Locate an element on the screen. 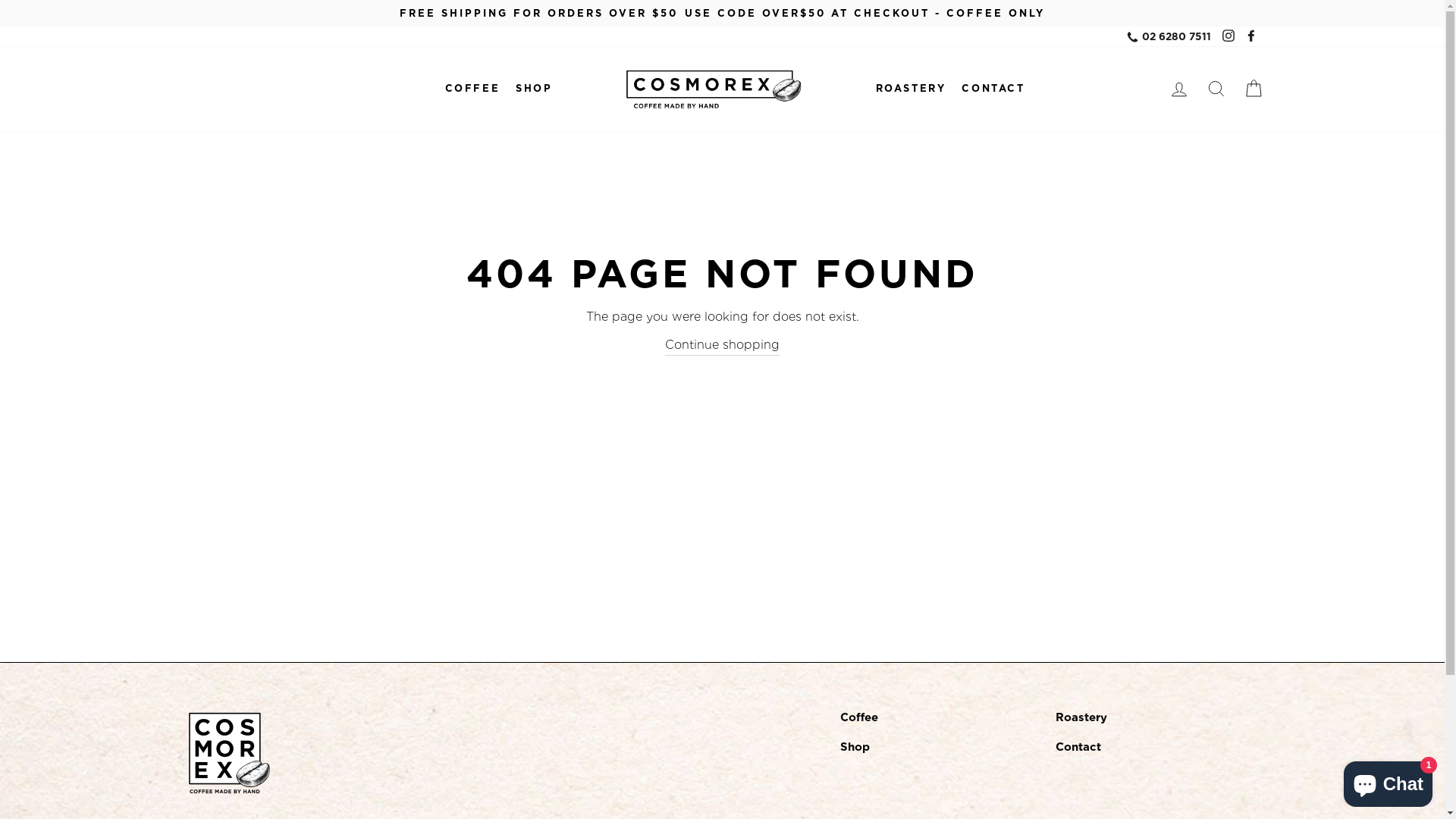 Image resolution: width=1456 pixels, height=819 pixels. 'Shopify online store chat' is located at coordinates (1388, 780).